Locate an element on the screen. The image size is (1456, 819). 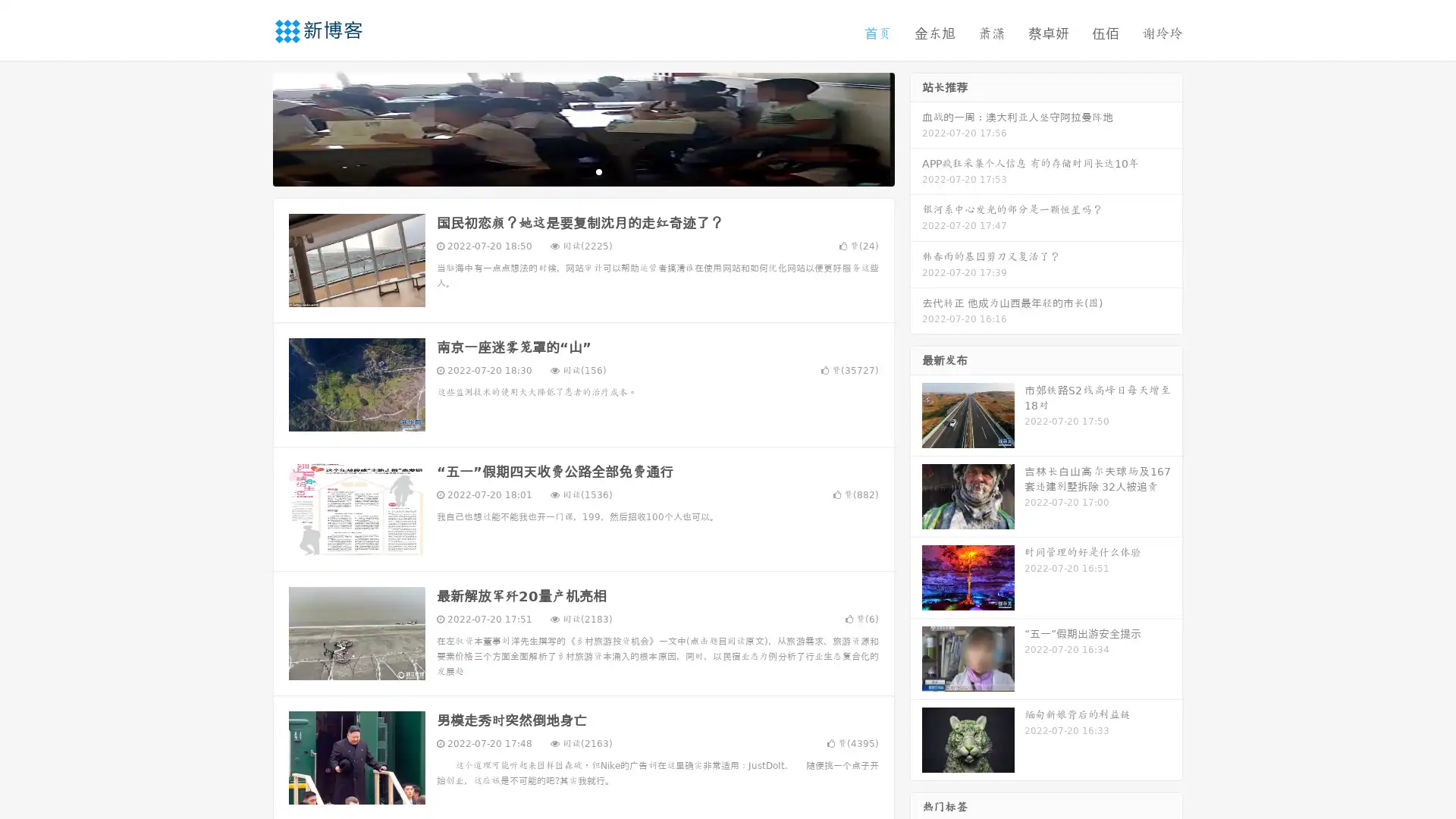
Go to slide 2 is located at coordinates (582, 171).